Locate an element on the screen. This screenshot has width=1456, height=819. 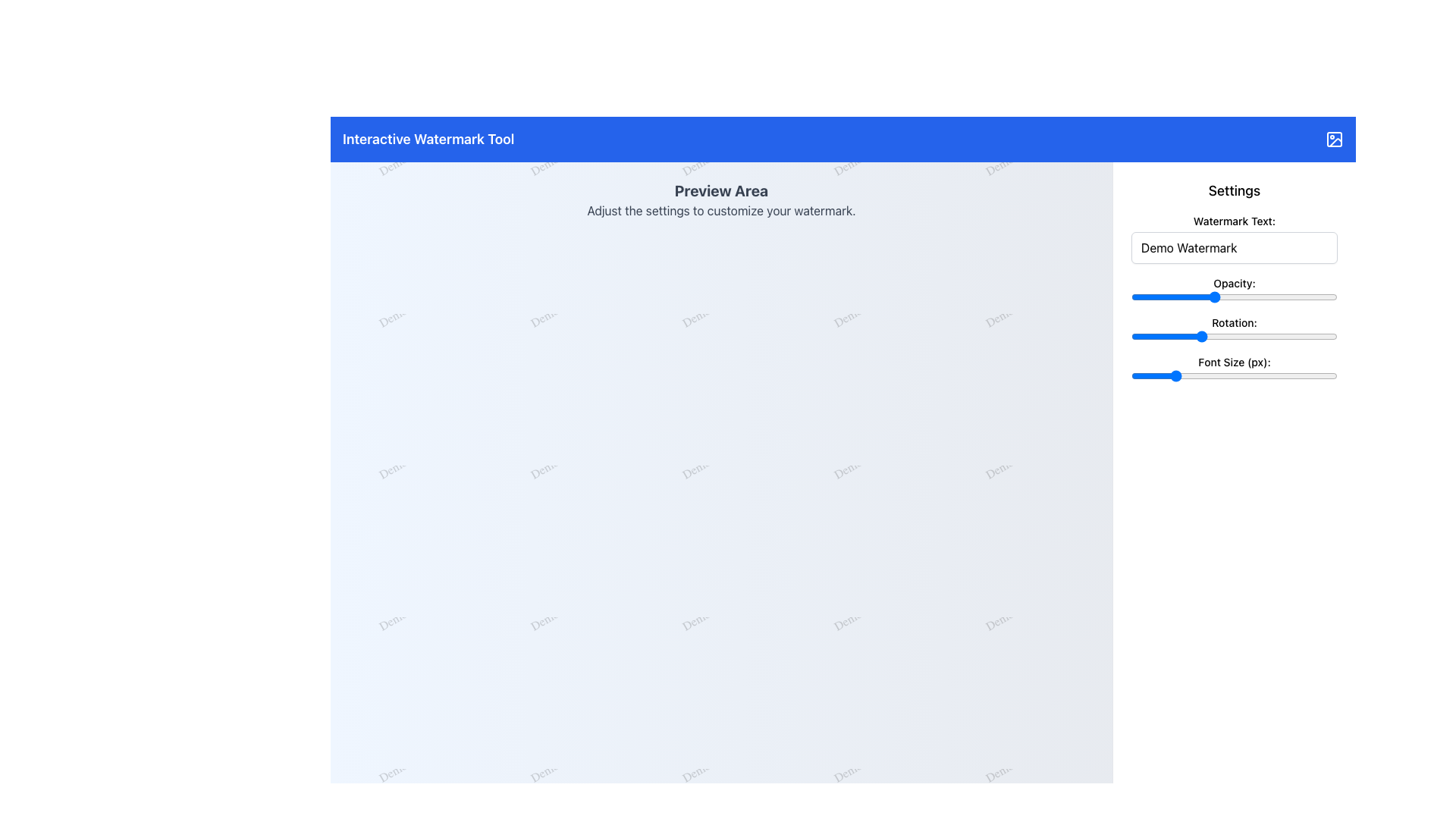
the rotation value of the slider is located at coordinates (1274, 335).